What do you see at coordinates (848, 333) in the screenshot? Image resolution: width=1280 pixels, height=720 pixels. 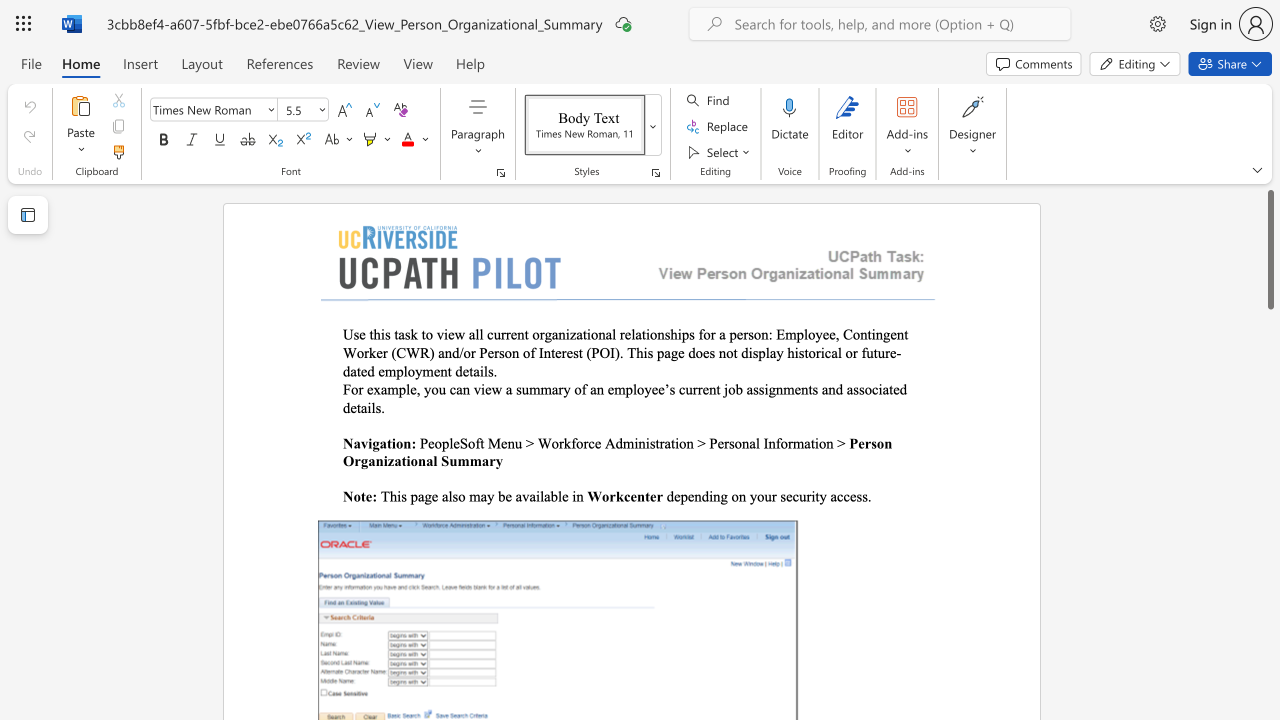 I see `the 1th character "C" in the text` at bounding box center [848, 333].